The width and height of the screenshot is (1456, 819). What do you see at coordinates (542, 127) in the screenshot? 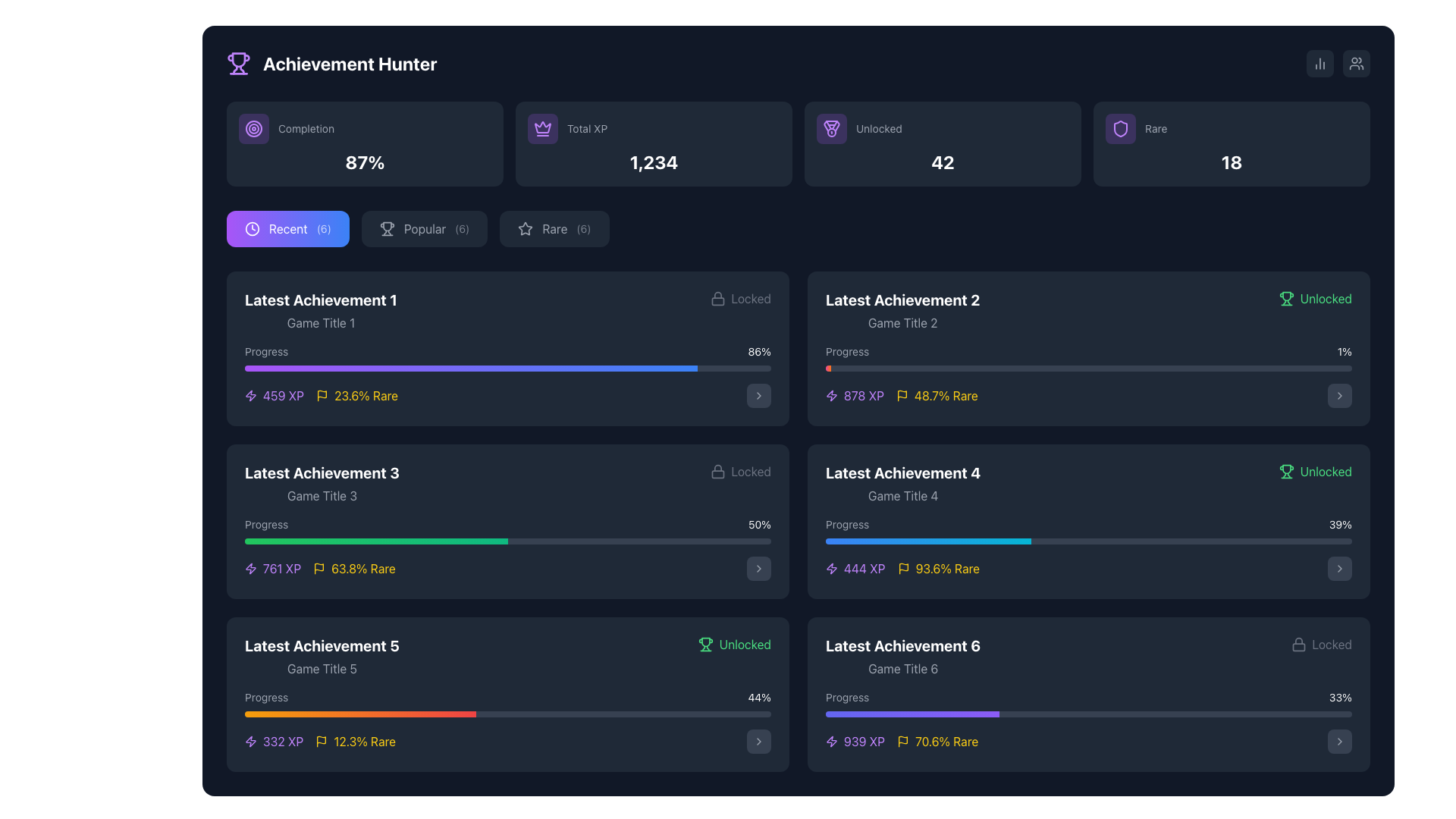
I see `the decorative icon enhancing the visual representation of the 'Total XP' card, located at the top-center section of the interface` at bounding box center [542, 127].